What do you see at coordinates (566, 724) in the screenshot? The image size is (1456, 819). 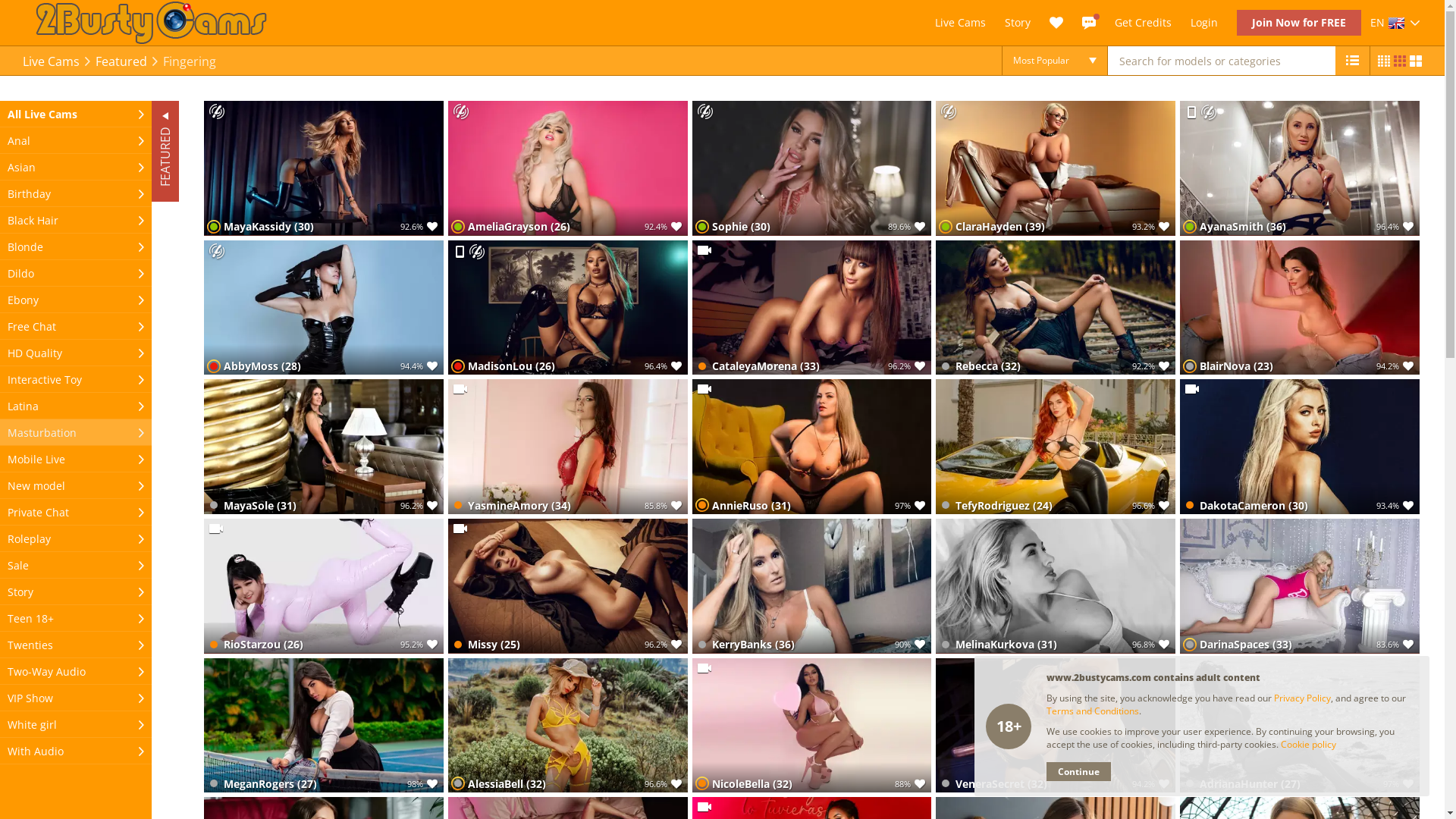 I see `'AlessiaBell (32)` at bounding box center [566, 724].